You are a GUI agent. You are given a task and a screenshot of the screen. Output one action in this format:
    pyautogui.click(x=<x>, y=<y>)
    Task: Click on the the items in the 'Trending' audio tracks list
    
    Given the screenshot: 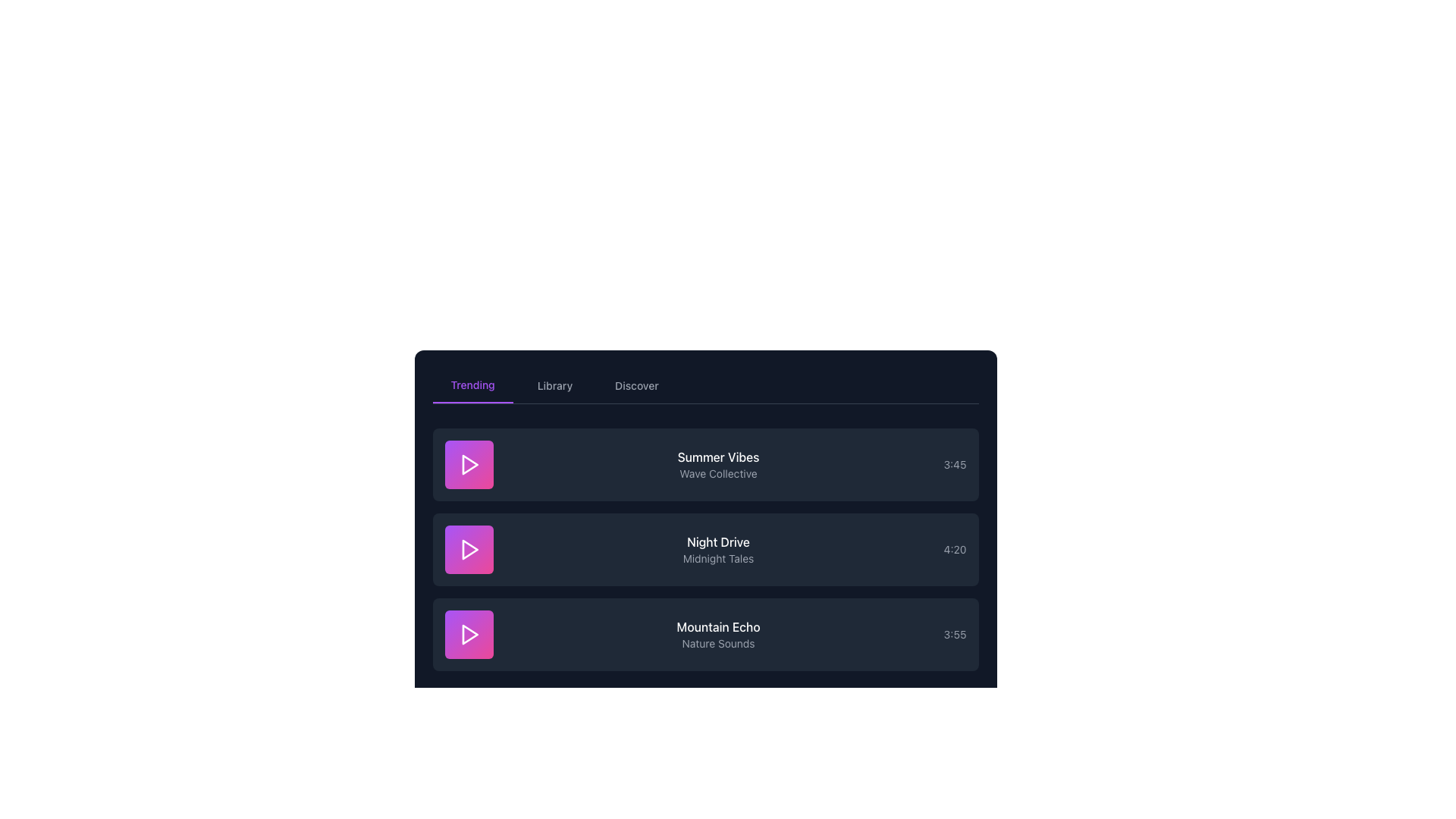 What is the action you would take?
    pyautogui.click(x=704, y=550)
    